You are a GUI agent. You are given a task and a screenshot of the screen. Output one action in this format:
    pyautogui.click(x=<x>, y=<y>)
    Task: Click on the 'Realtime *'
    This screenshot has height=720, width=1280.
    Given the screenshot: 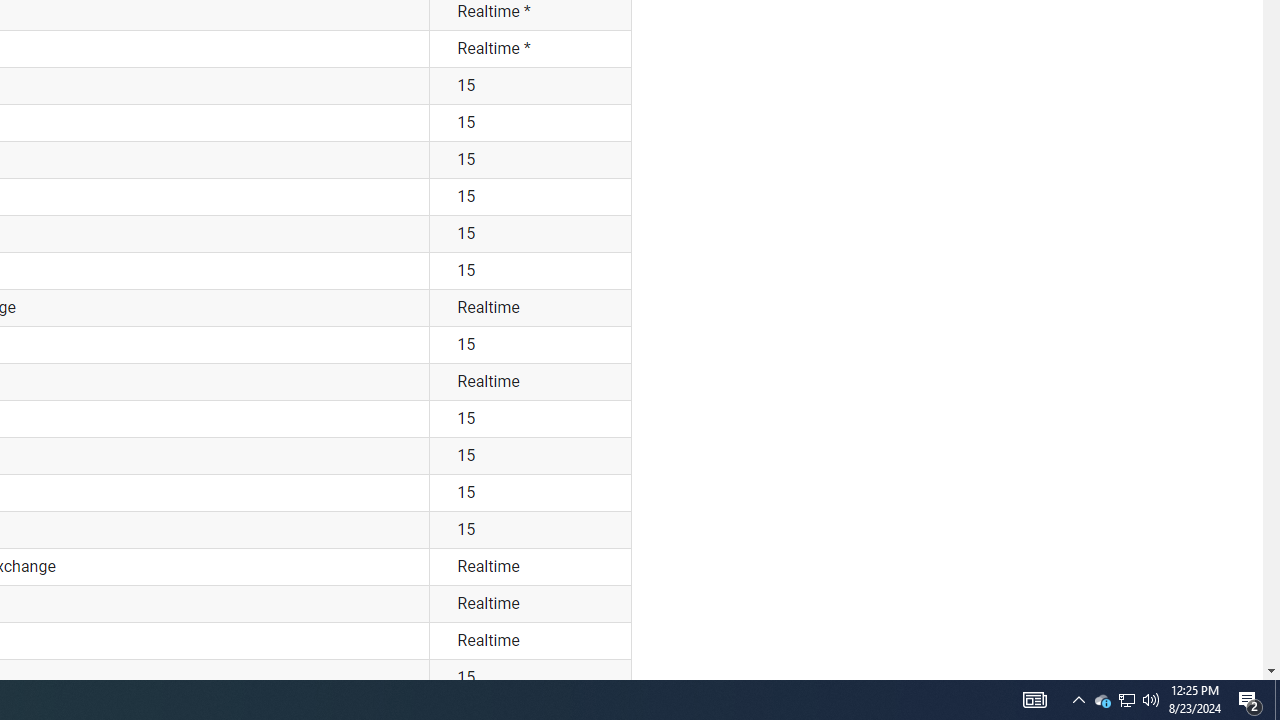 What is the action you would take?
    pyautogui.click(x=529, y=47)
    